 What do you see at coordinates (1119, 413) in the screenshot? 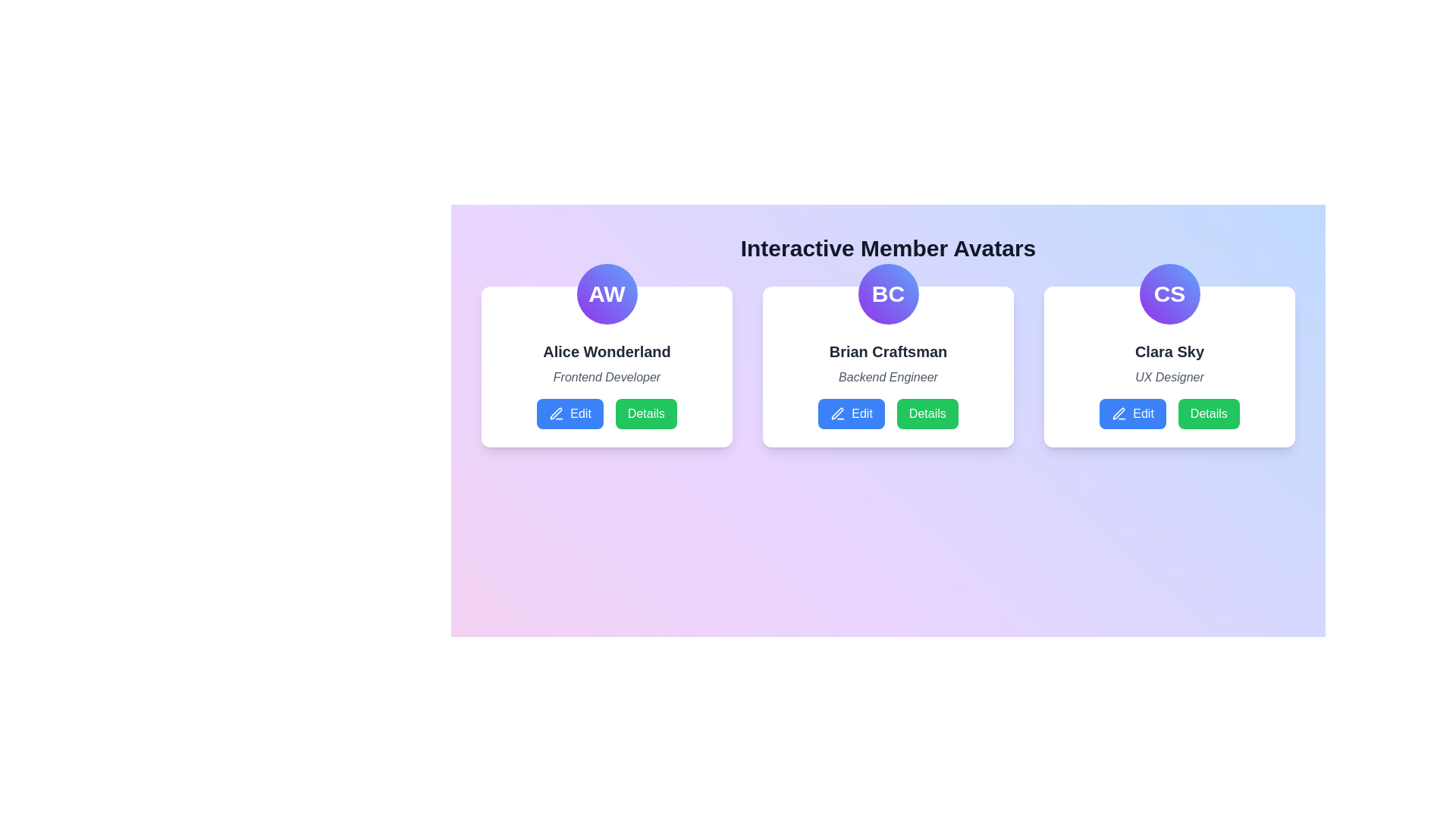
I see `the small pen icon located within the blue 'Edit' button of the 'Clara Sky' card to invoke the edit function` at bounding box center [1119, 413].